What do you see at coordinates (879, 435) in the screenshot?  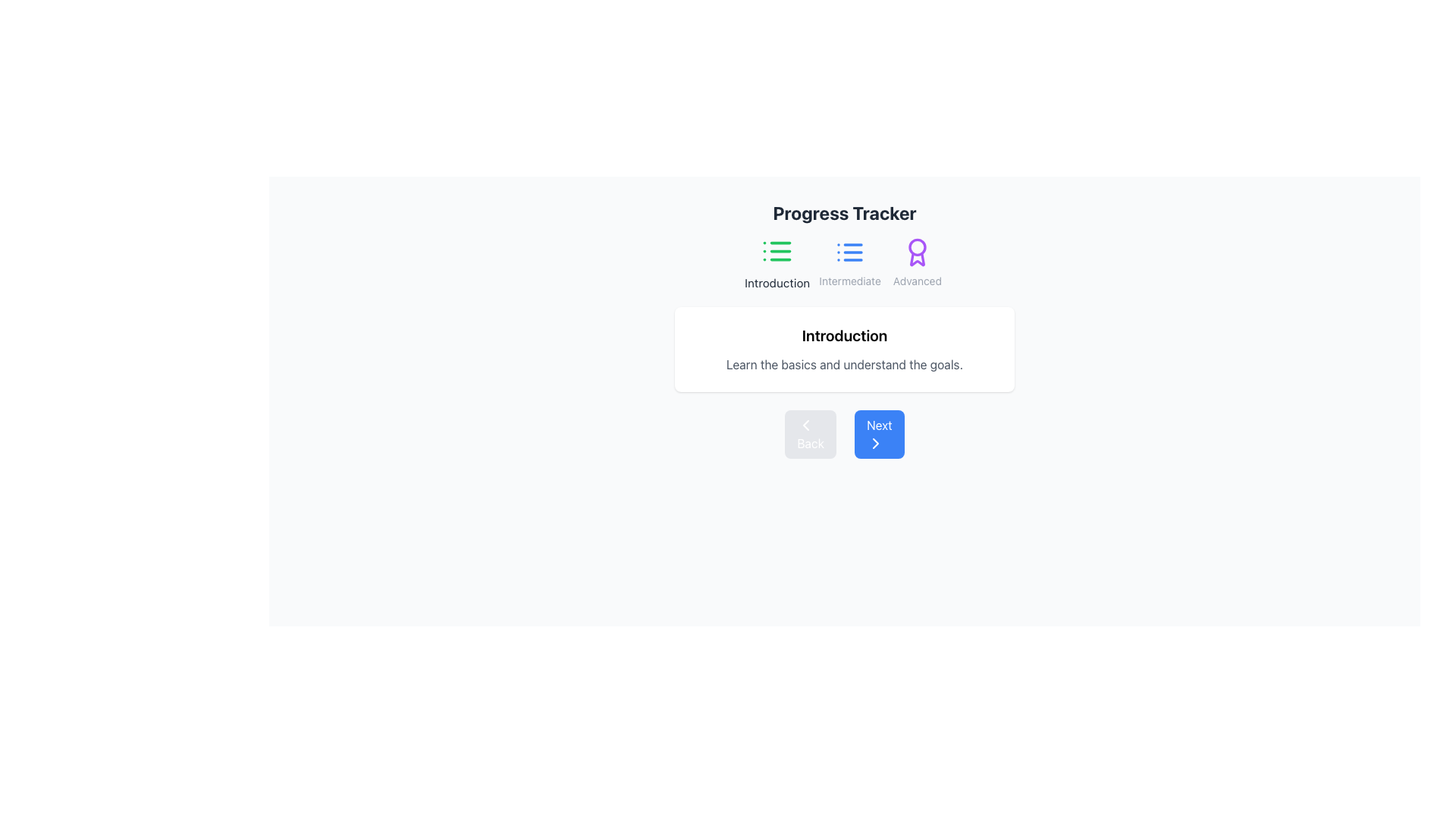 I see `the navigation button located at the bottom-right area of the content section, which is positioned to the right of the 'Back' button` at bounding box center [879, 435].